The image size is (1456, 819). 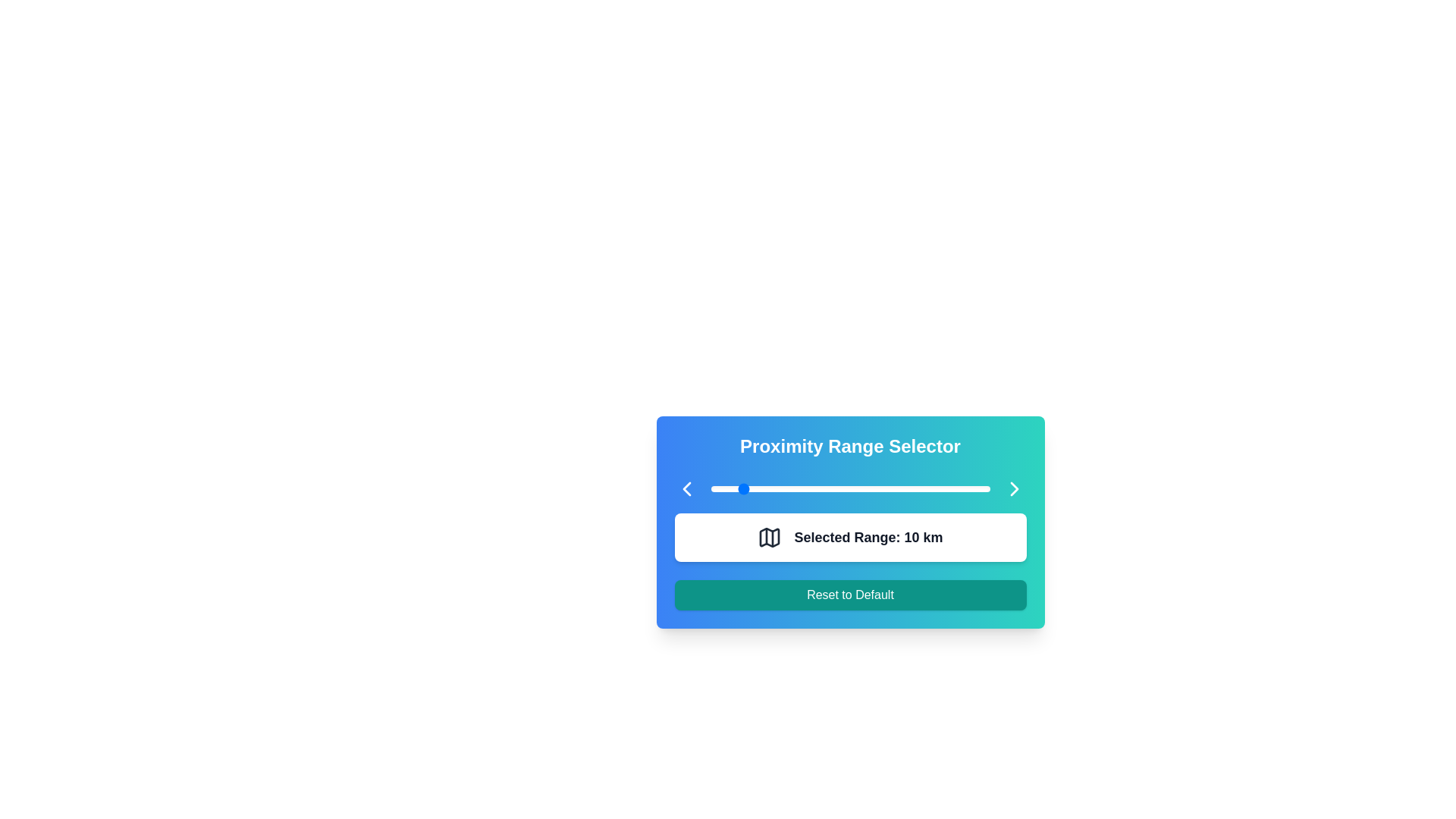 What do you see at coordinates (955, 488) in the screenshot?
I see `proximity range` at bounding box center [955, 488].